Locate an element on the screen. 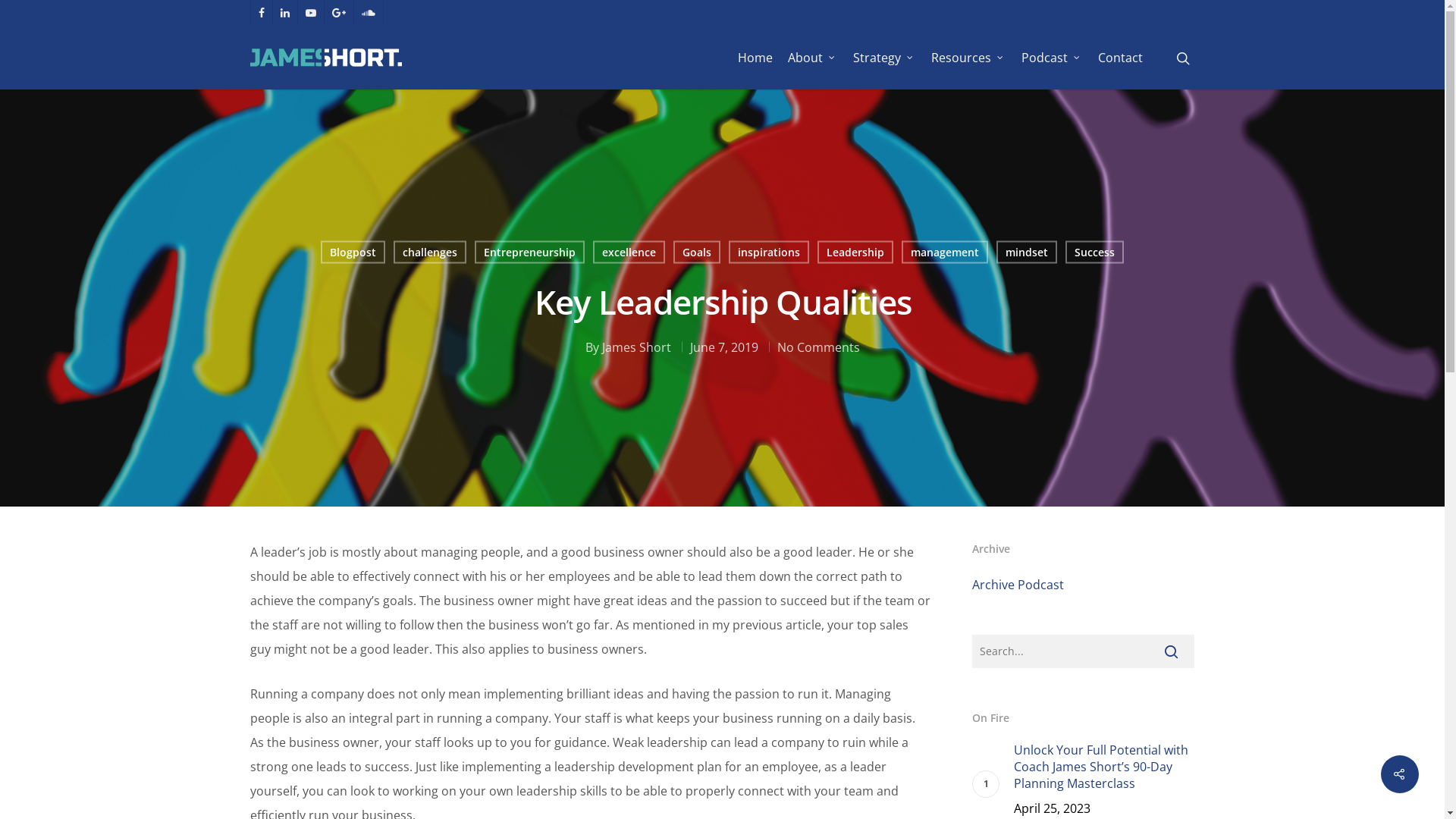 Image resolution: width=1456 pixels, height=819 pixels. 'Entrepreneurship' is located at coordinates (473, 251).